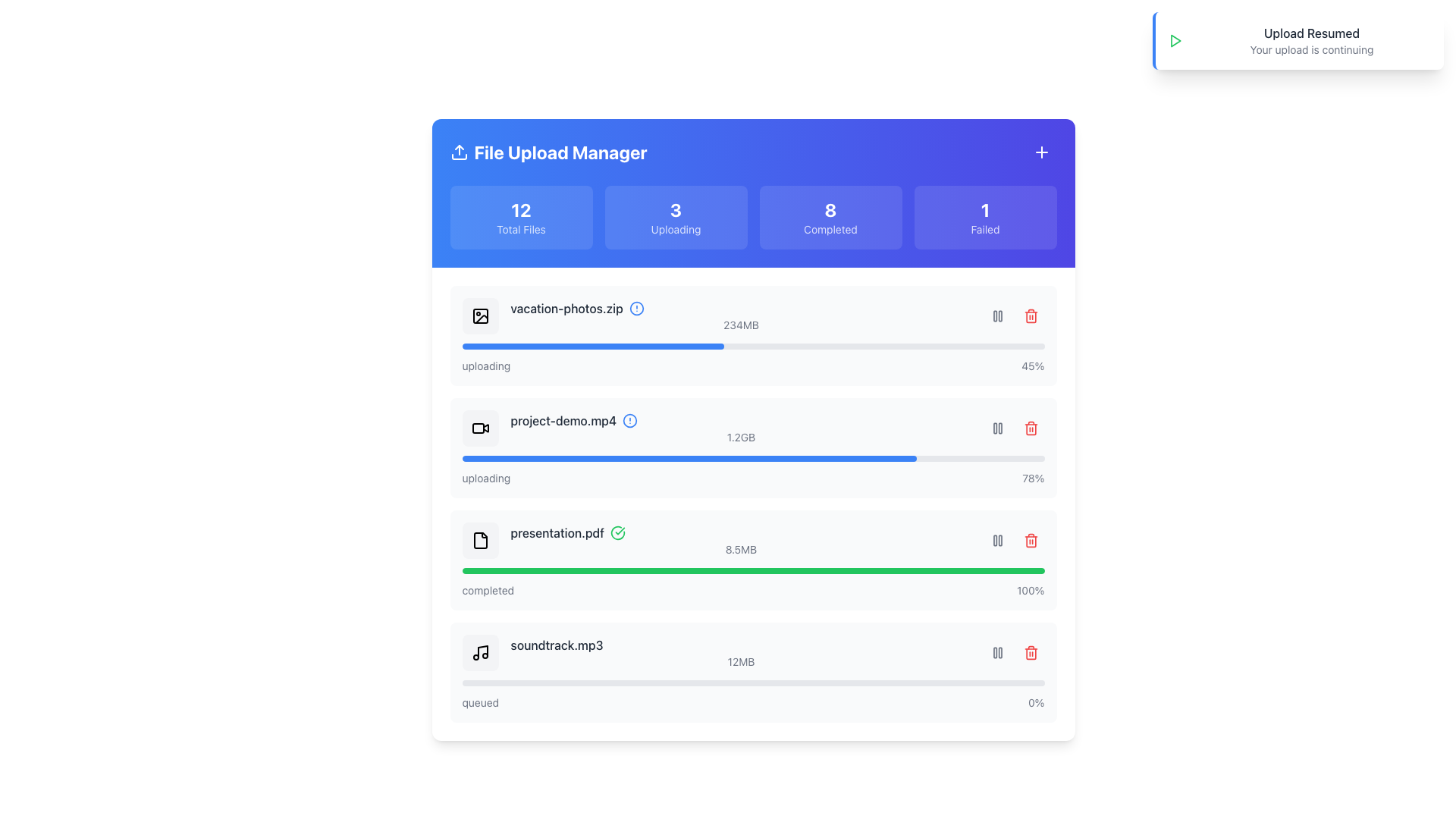 The height and width of the screenshot is (819, 1456). Describe the element at coordinates (1310, 49) in the screenshot. I see `the second text label that provides a status update about the ongoing process, located below the 'Upload Resumed' text in the top-right corner of the interface` at that location.